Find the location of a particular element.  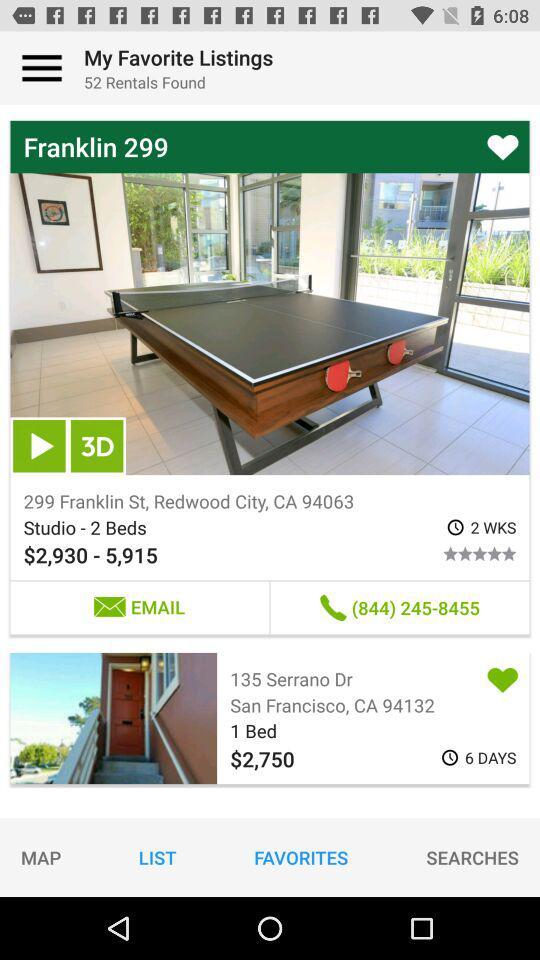

item below the franklin 299 item is located at coordinates (39, 446).